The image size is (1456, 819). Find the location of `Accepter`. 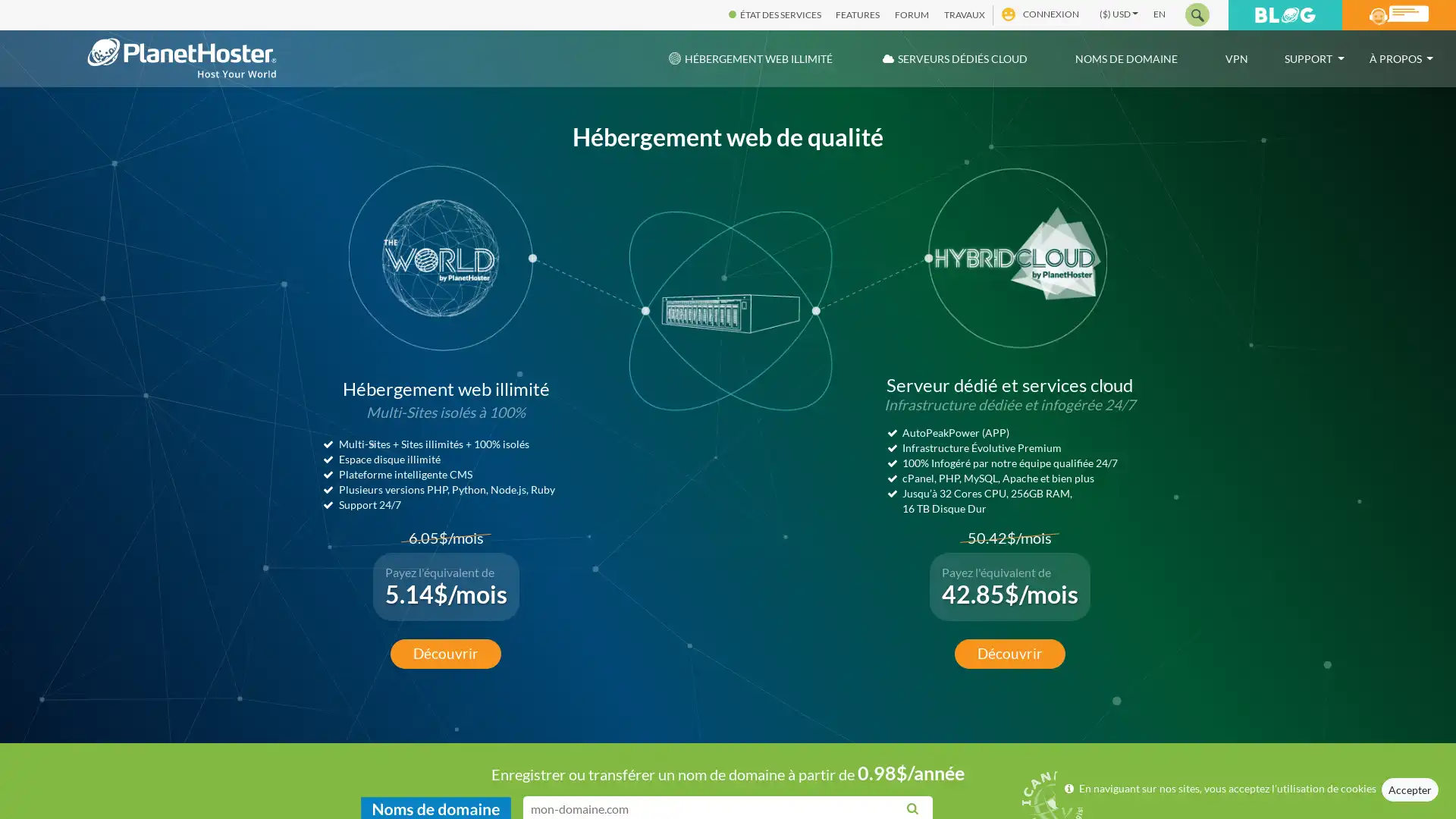

Accepter is located at coordinates (1409, 789).